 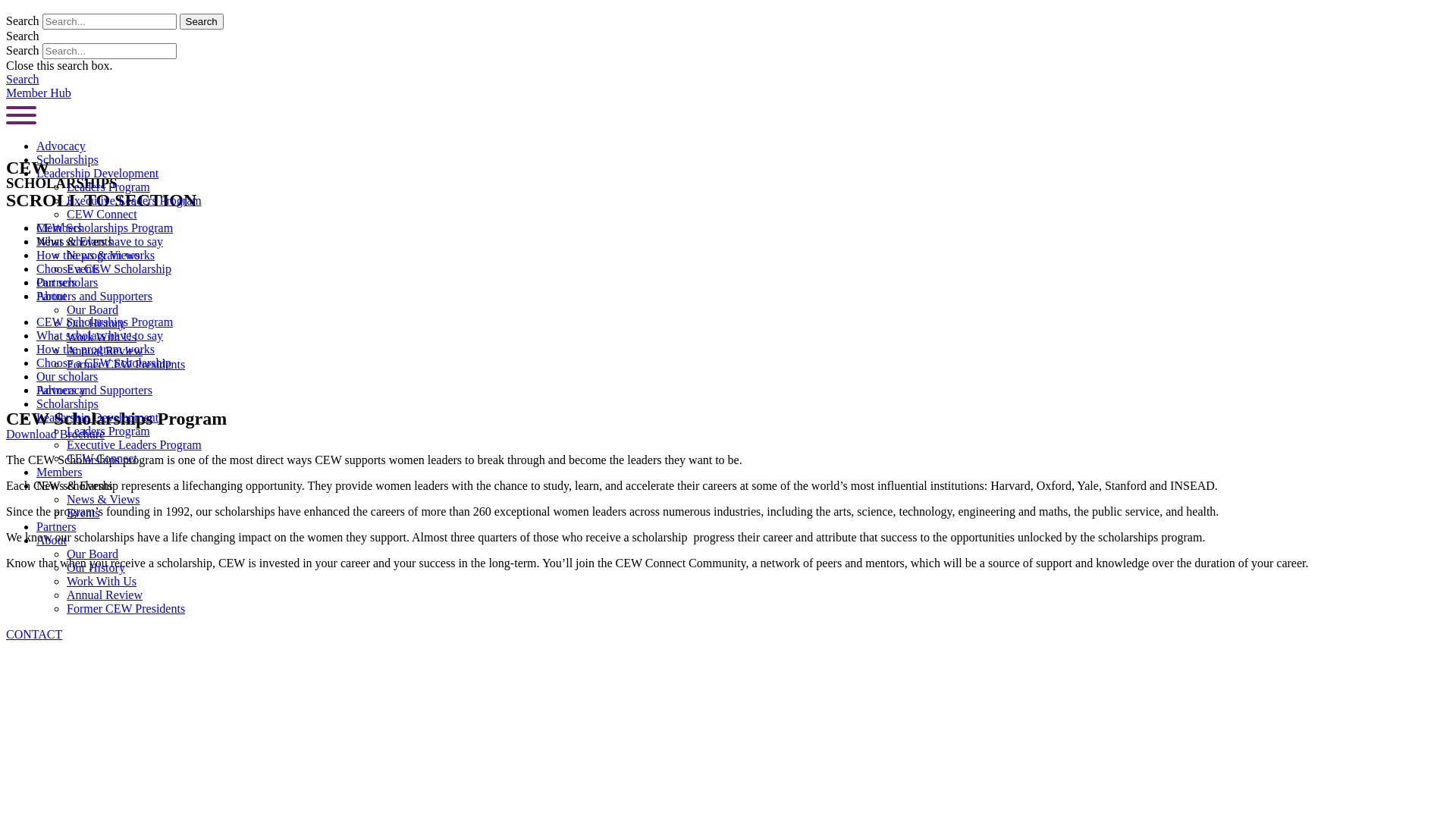 I want to click on 'Our History', so click(x=65, y=567).